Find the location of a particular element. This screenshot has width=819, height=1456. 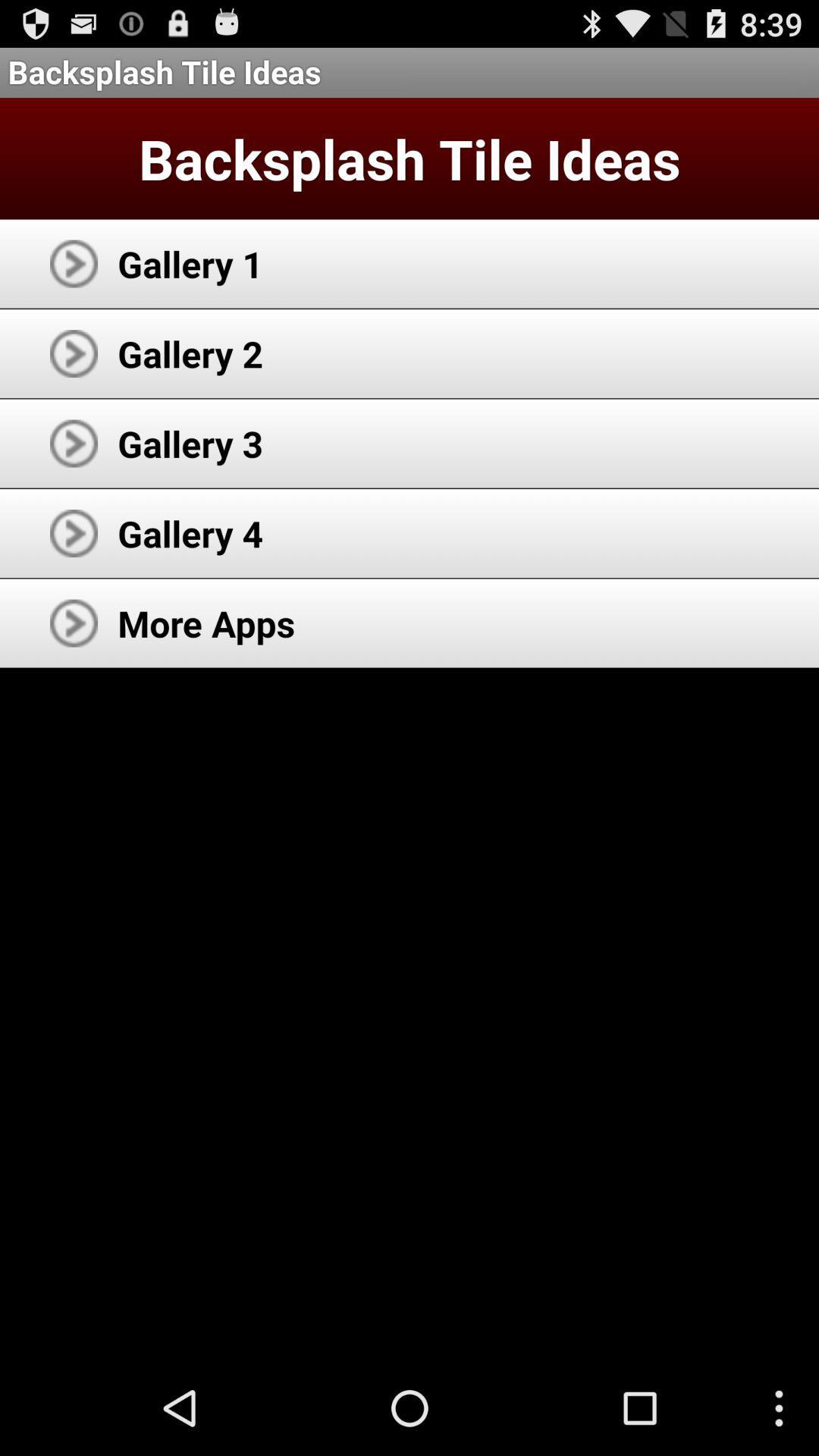

the gallery 1 app is located at coordinates (190, 263).